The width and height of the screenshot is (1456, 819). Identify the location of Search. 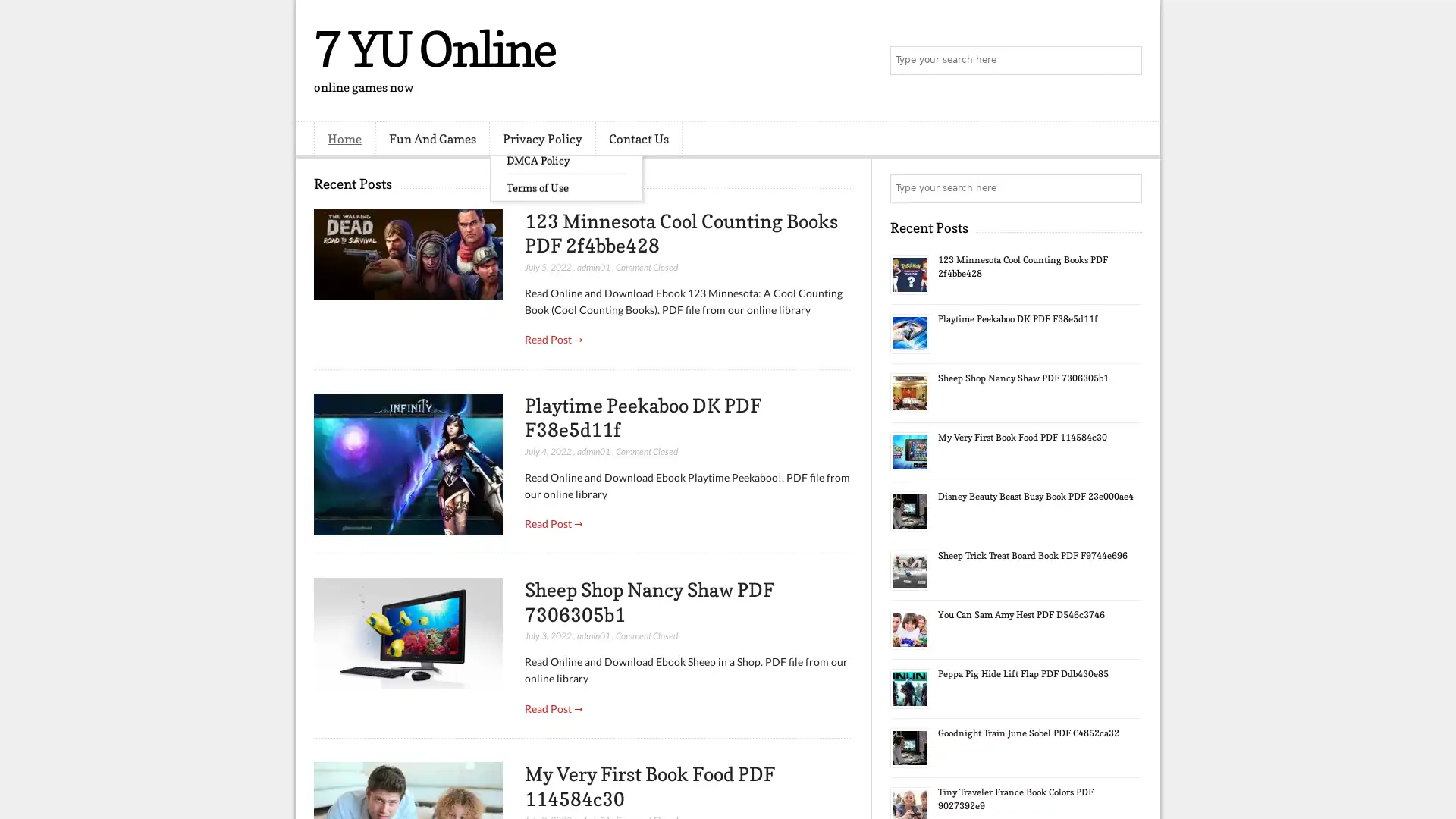
(1126, 188).